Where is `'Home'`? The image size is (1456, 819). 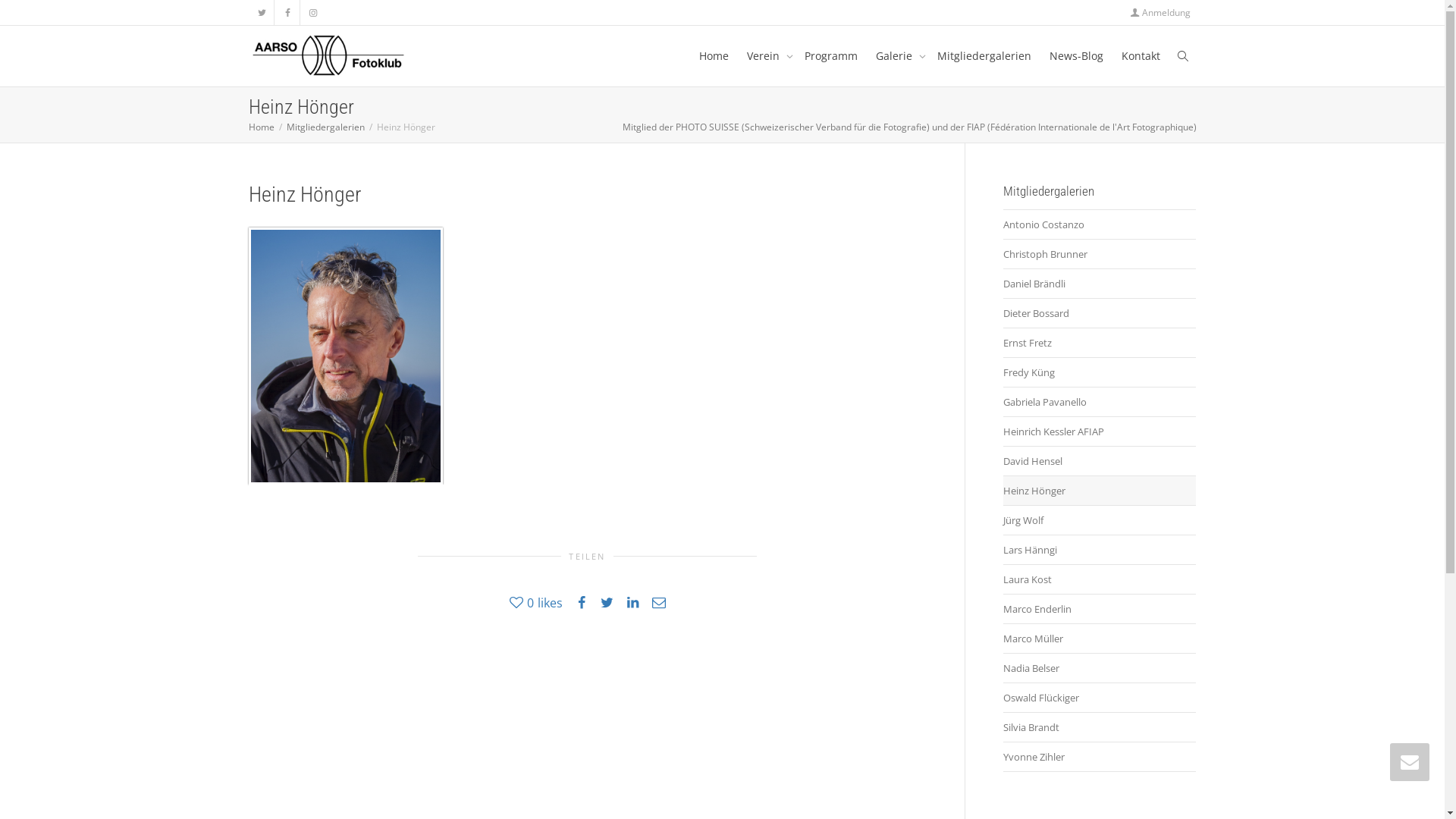 'Home' is located at coordinates (713, 55).